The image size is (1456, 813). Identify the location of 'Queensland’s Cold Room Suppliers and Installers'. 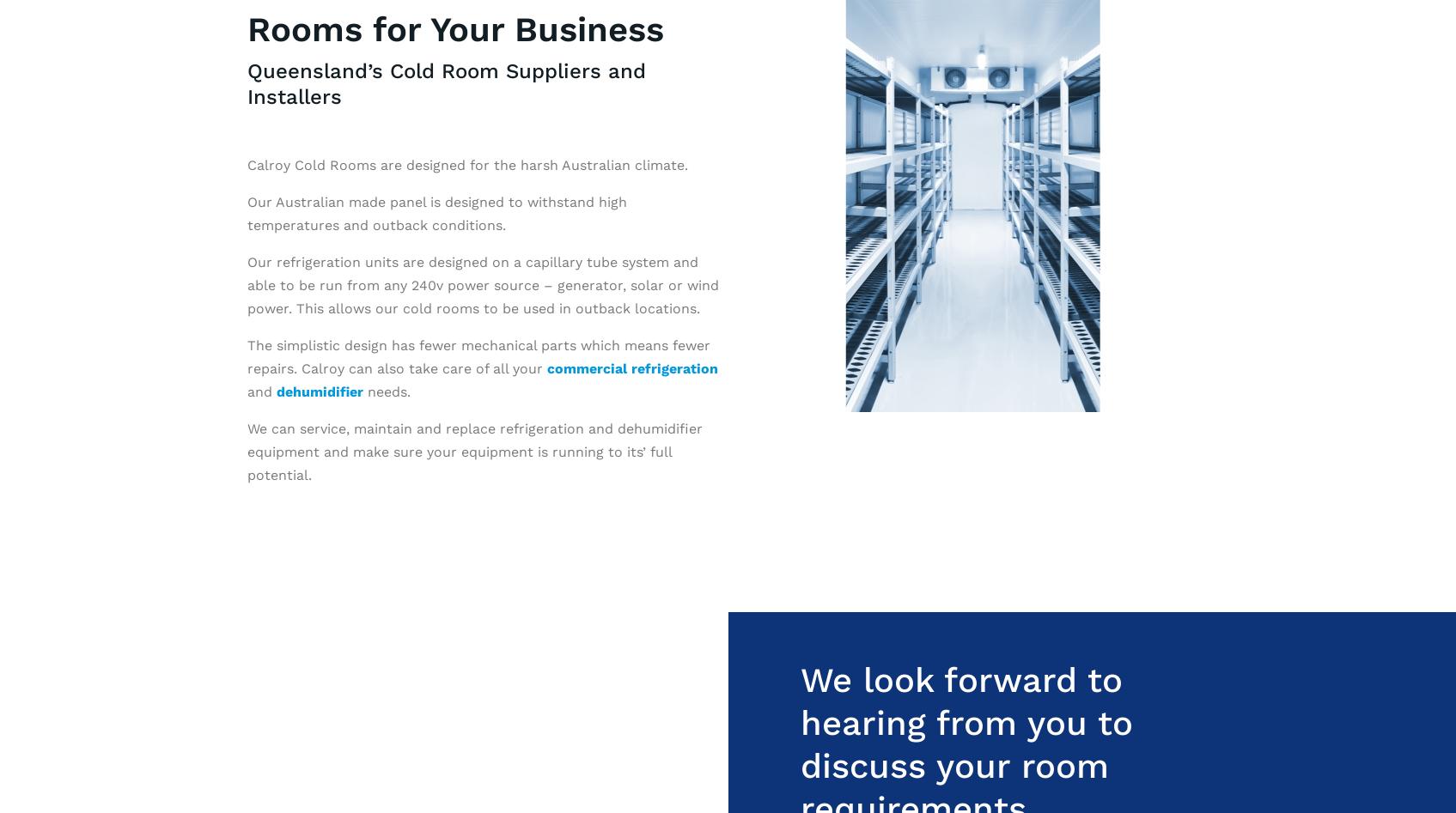
(246, 82).